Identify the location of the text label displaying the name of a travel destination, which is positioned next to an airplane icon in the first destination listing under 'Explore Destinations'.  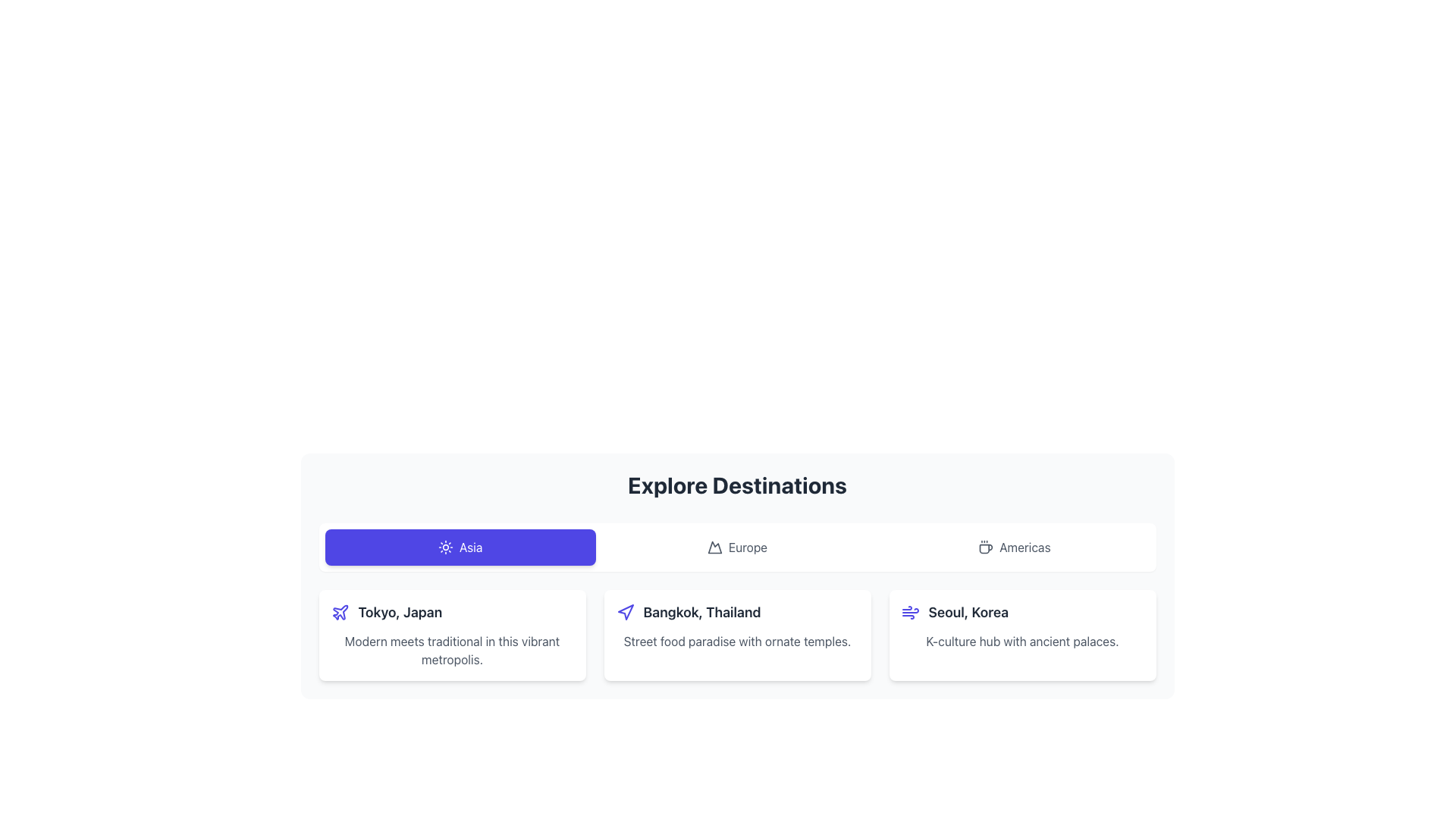
(400, 611).